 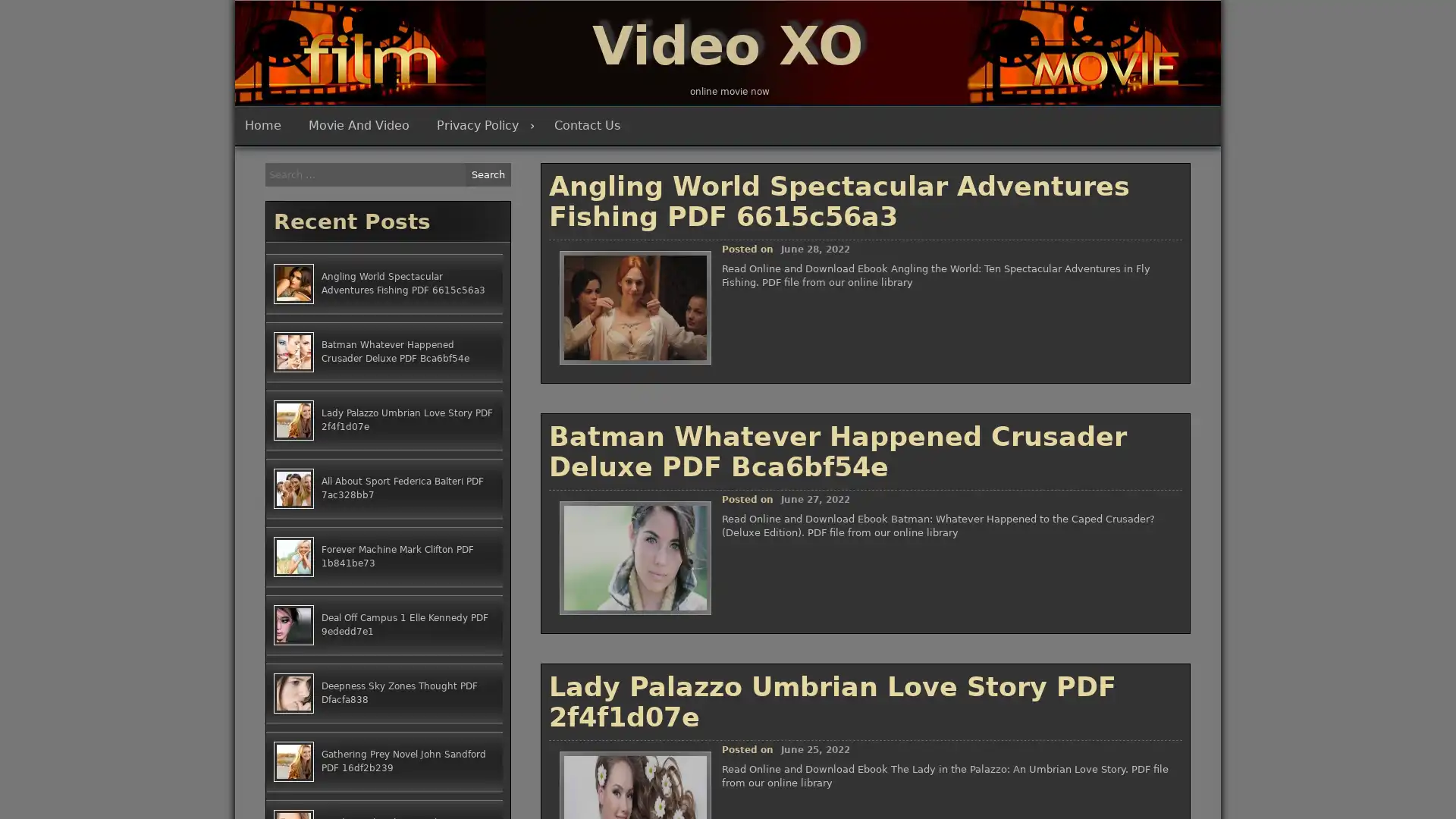 I want to click on Search, so click(x=488, y=174).